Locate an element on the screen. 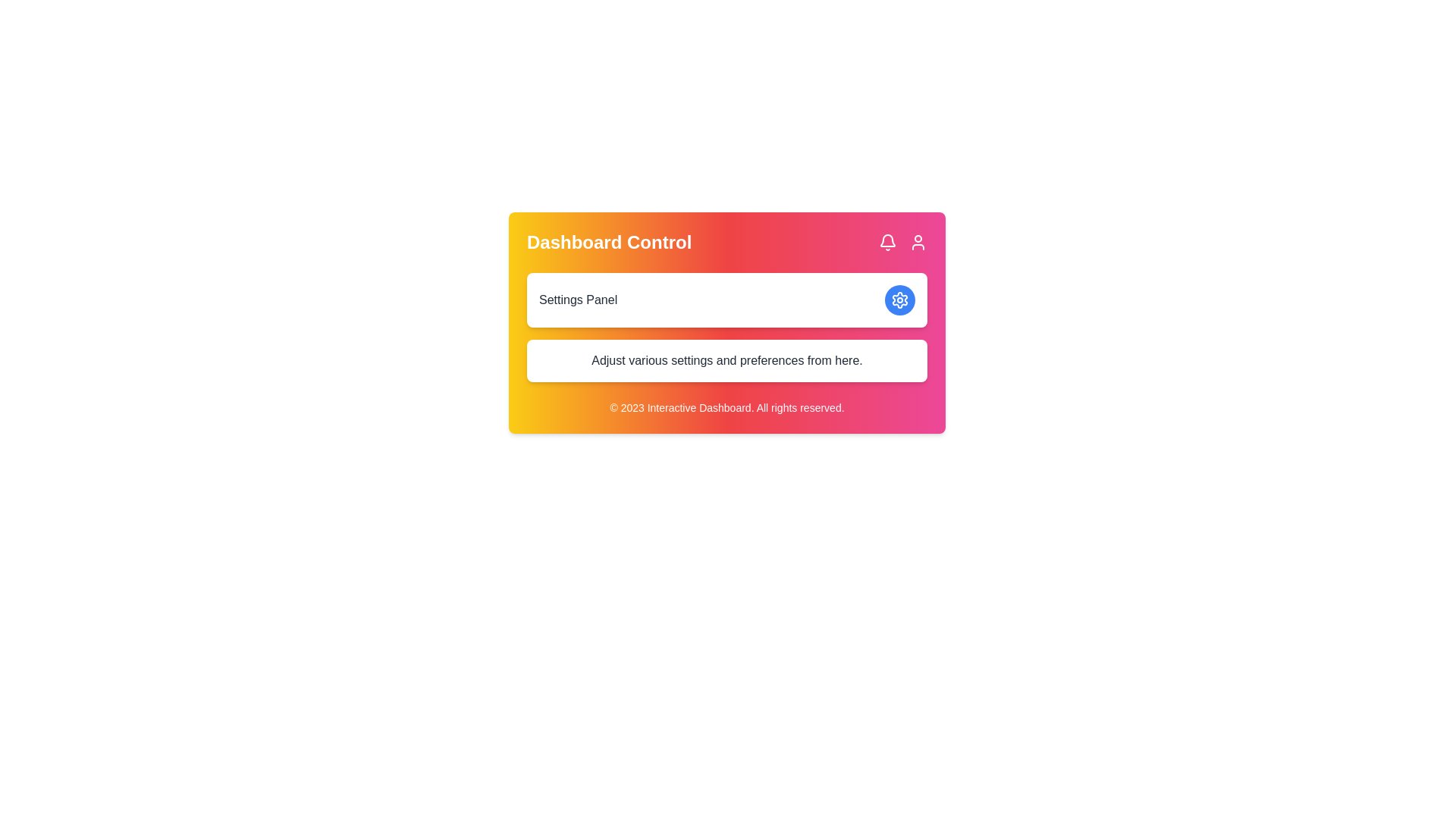 This screenshot has height=819, width=1456. text in the 'Settings Panel' element, which includes a gear icon and descriptive text about adjusting various settings and preferences is located at coordinates (726, 327).